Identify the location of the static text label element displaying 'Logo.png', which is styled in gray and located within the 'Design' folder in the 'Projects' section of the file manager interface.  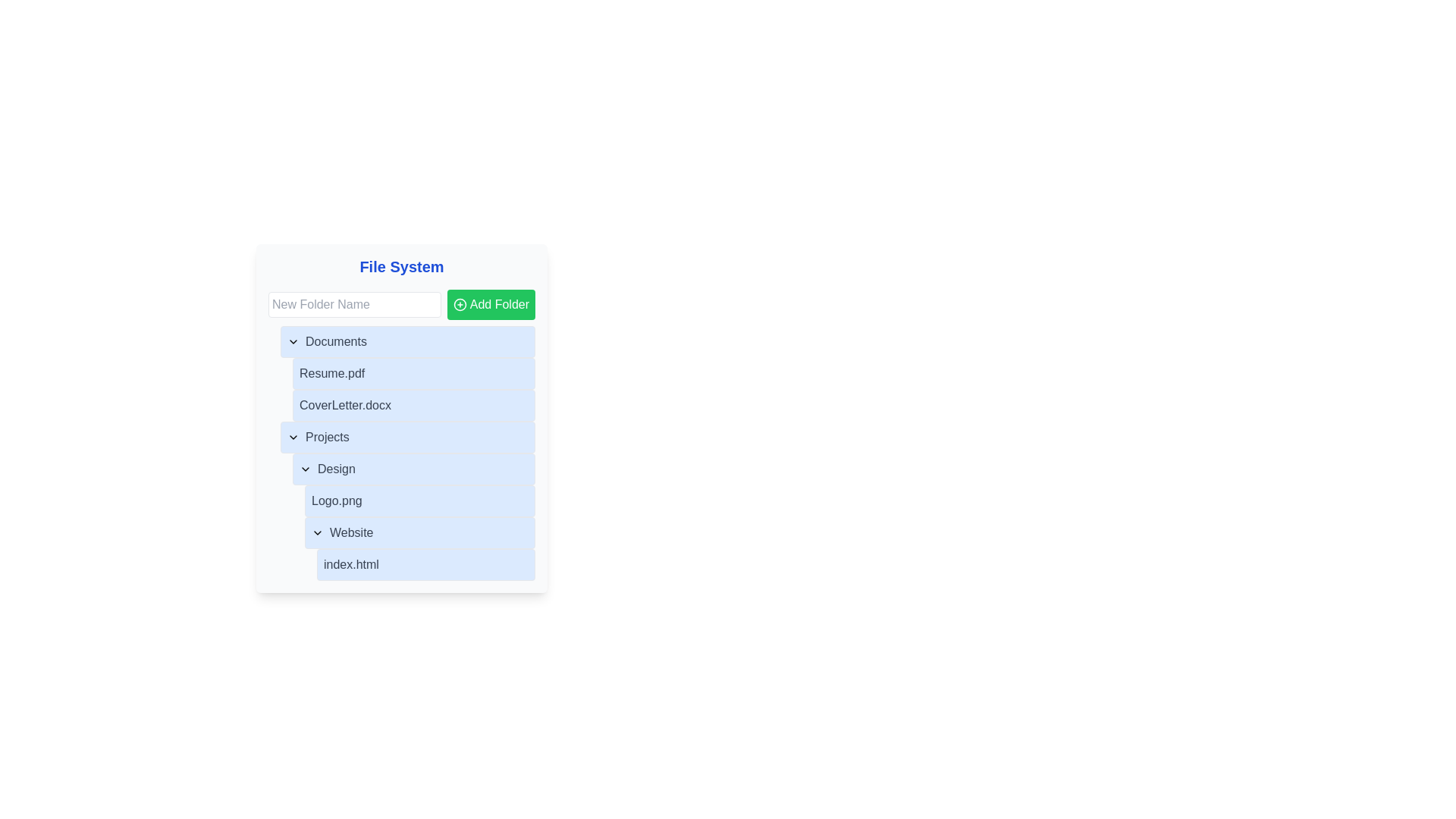
(336, 500).